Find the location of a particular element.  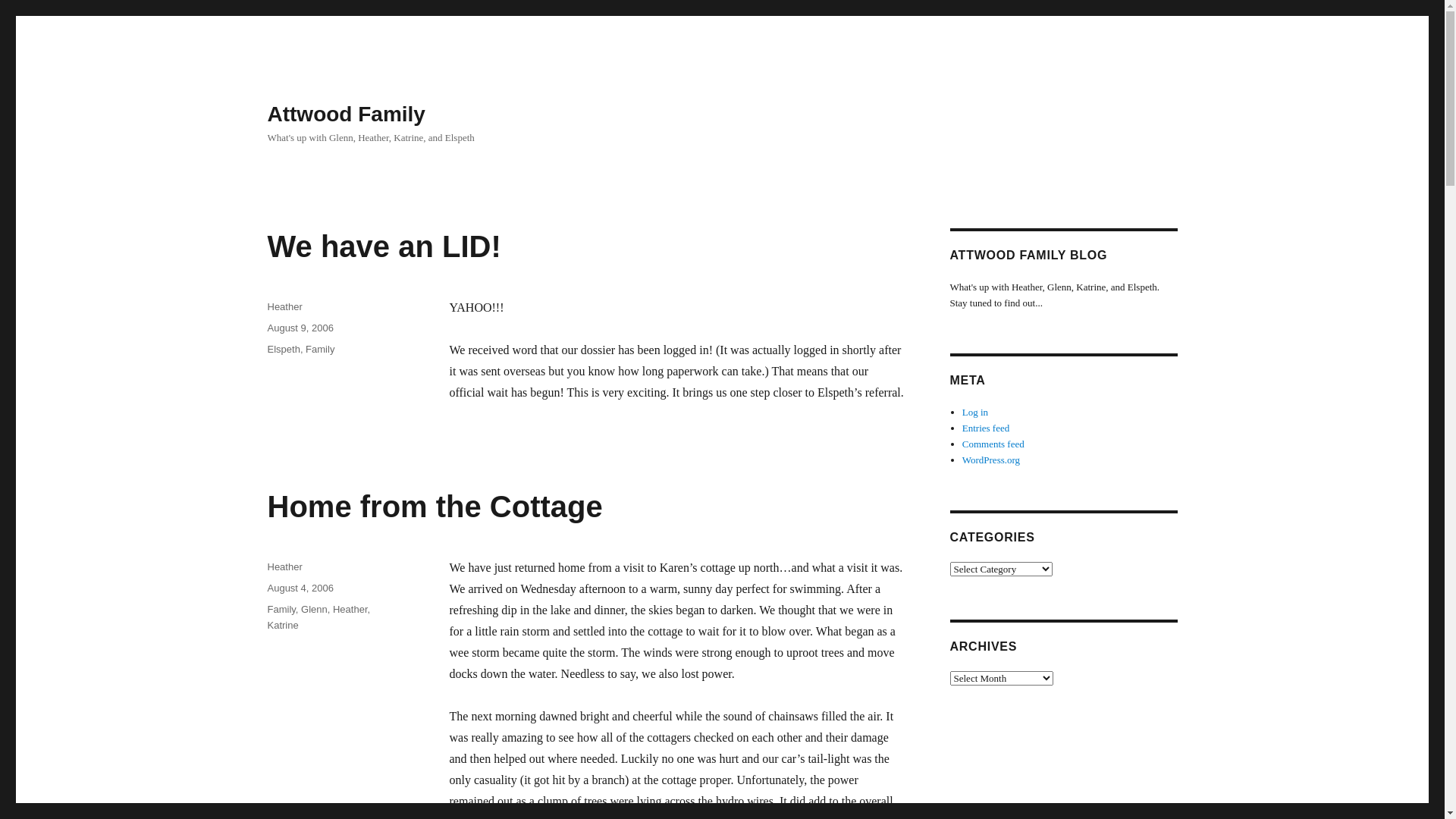

'Glenn' is located at coordinates (301, 608).